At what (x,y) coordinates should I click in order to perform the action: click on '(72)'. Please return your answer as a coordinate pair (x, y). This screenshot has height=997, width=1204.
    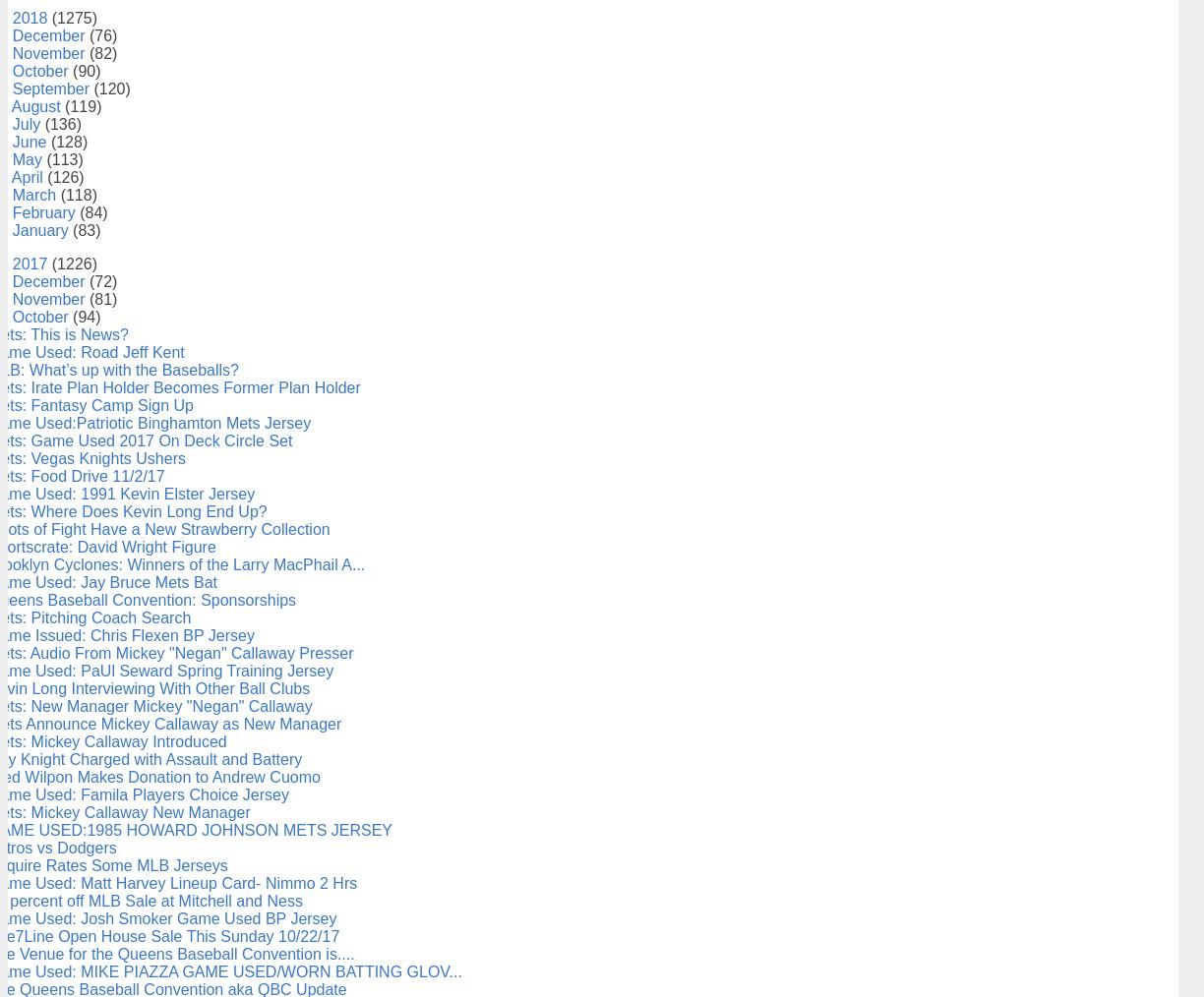
    Looking at the image, I should click on (101, 280).